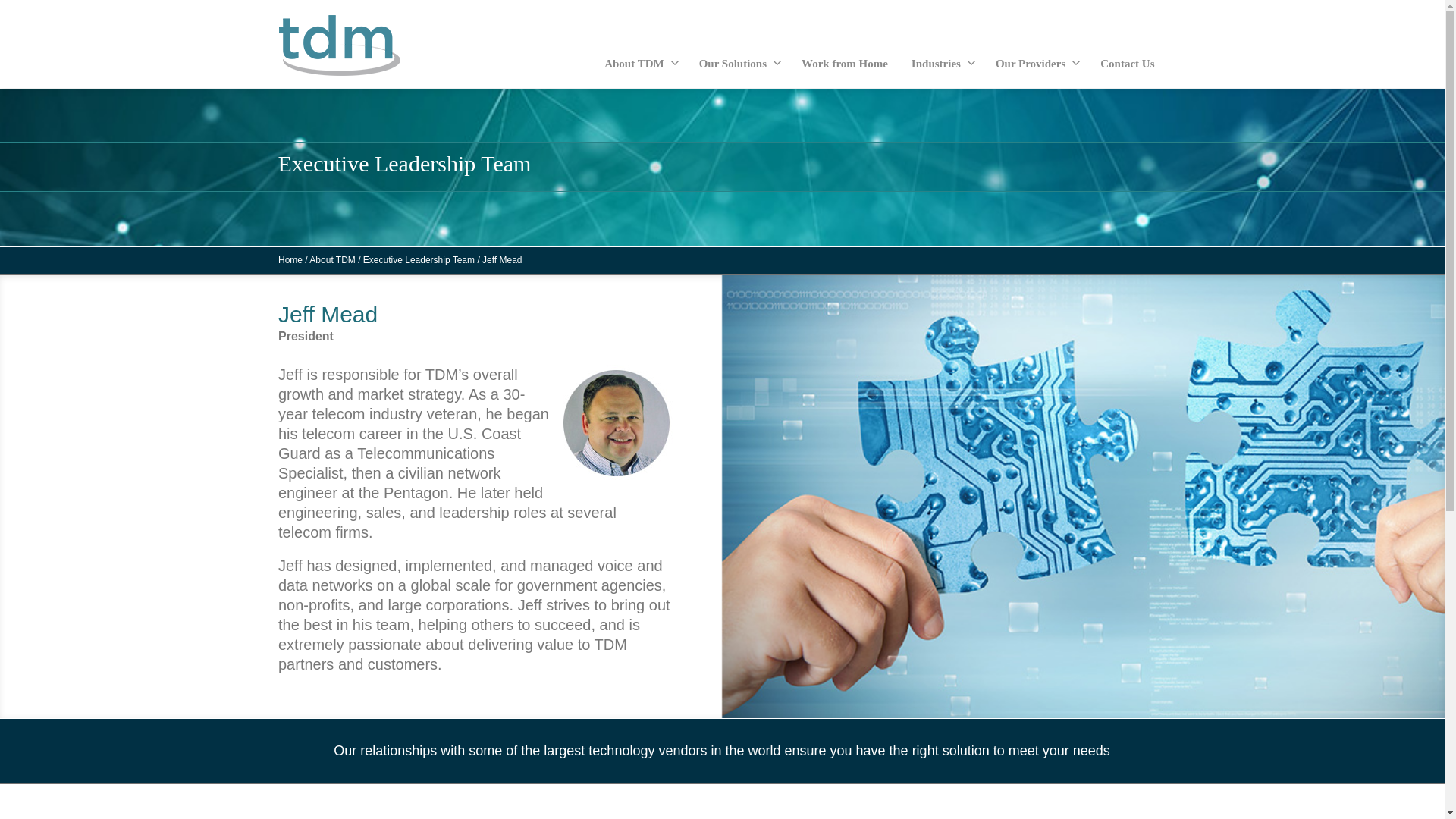 The width and height of the screenshot is (1456, 819). I want to click on 'Contact Us', so click(1127, 63).